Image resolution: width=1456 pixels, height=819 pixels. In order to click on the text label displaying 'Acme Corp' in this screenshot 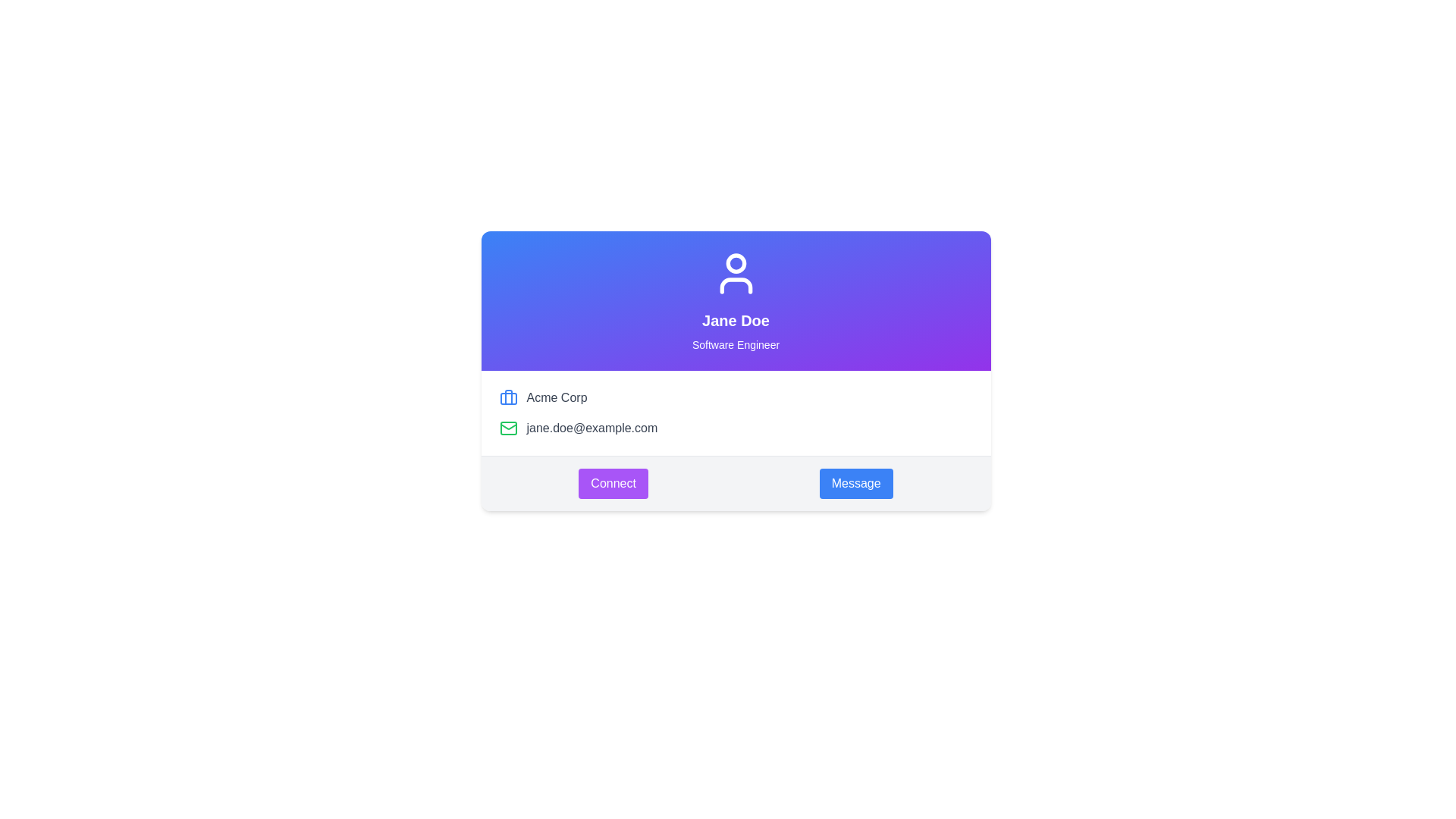, I will do `click(556, 397)`.